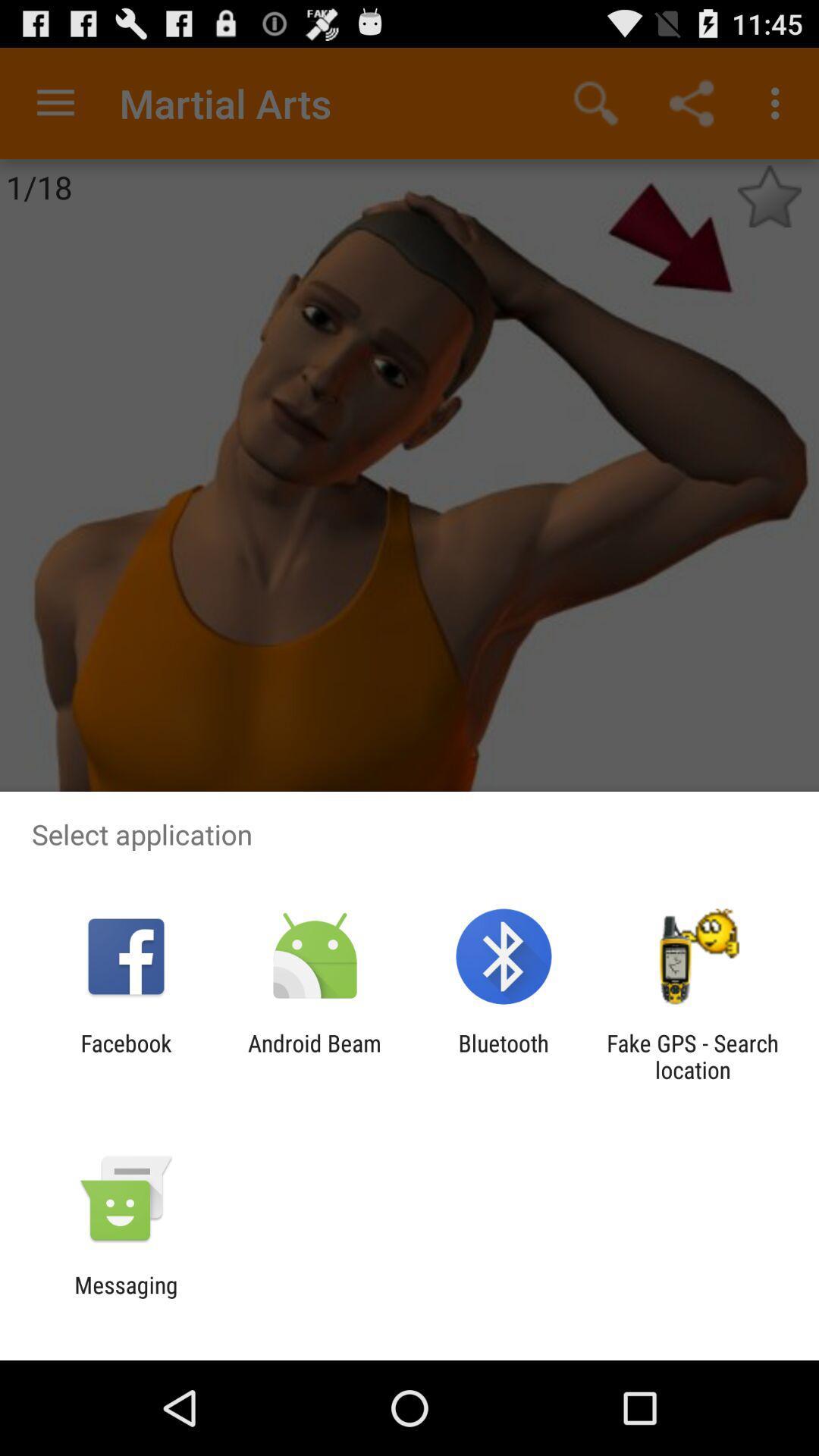 The height and width of the screenshot is (1456, 819). I want to click on the item to the left of android beam app, so click(125, 1056).